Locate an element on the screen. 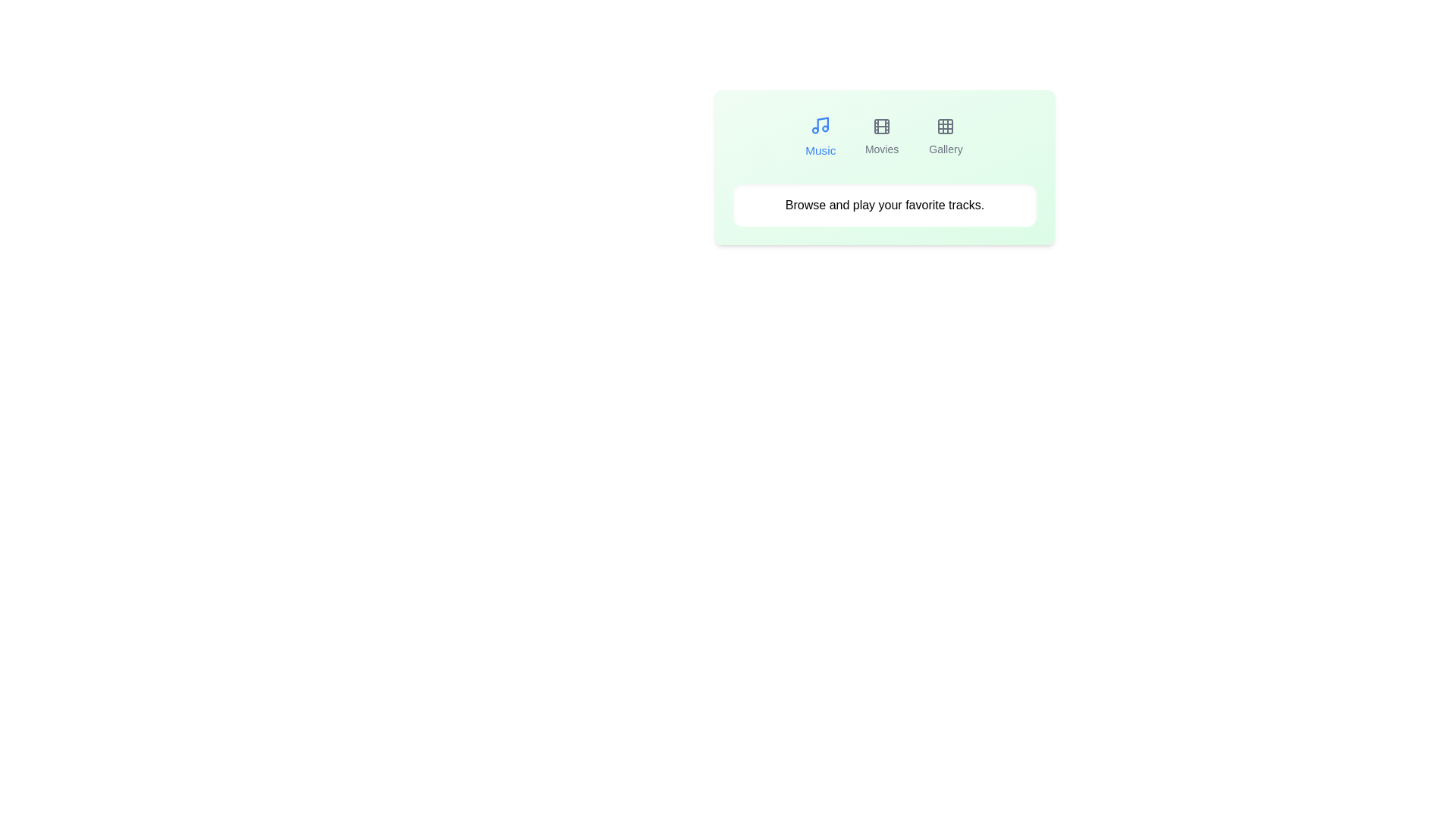 This screenshot has height=819, width=1456. the tab button labeled Music is located at coordinates (819, 137).